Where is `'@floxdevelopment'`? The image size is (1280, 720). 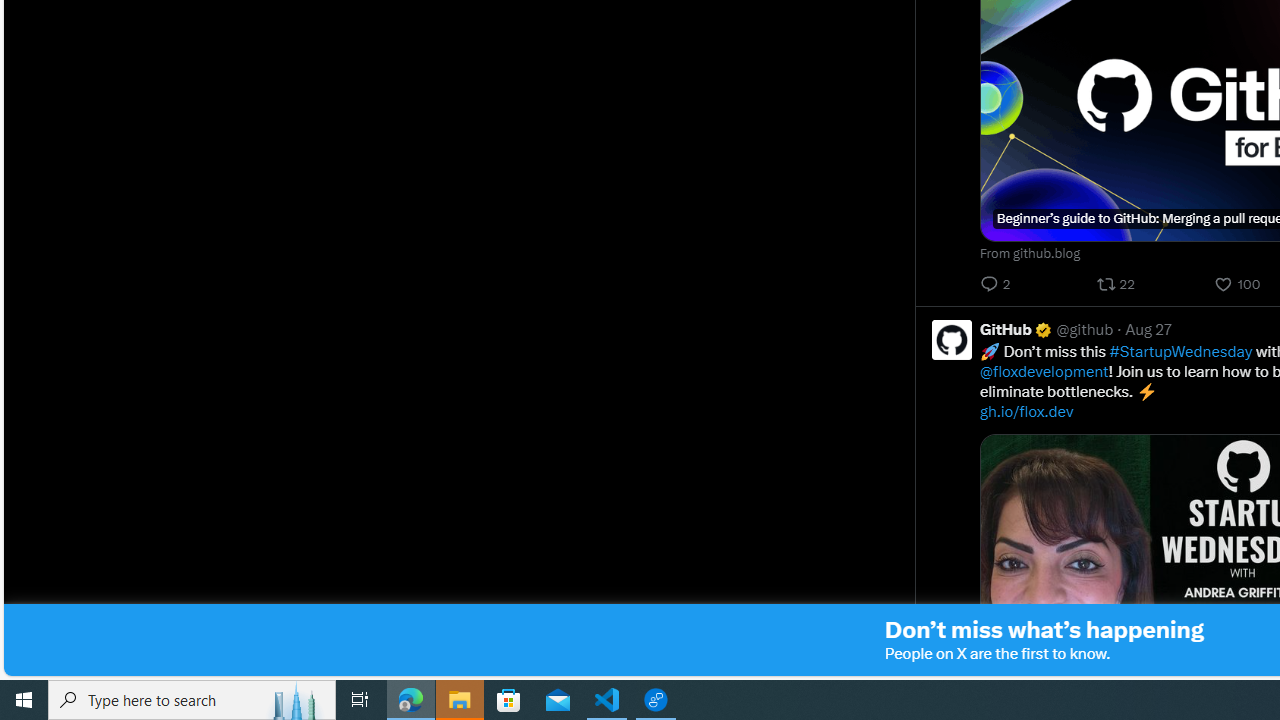
'@floxdevelopment' is located at coordinates (1043, 371).